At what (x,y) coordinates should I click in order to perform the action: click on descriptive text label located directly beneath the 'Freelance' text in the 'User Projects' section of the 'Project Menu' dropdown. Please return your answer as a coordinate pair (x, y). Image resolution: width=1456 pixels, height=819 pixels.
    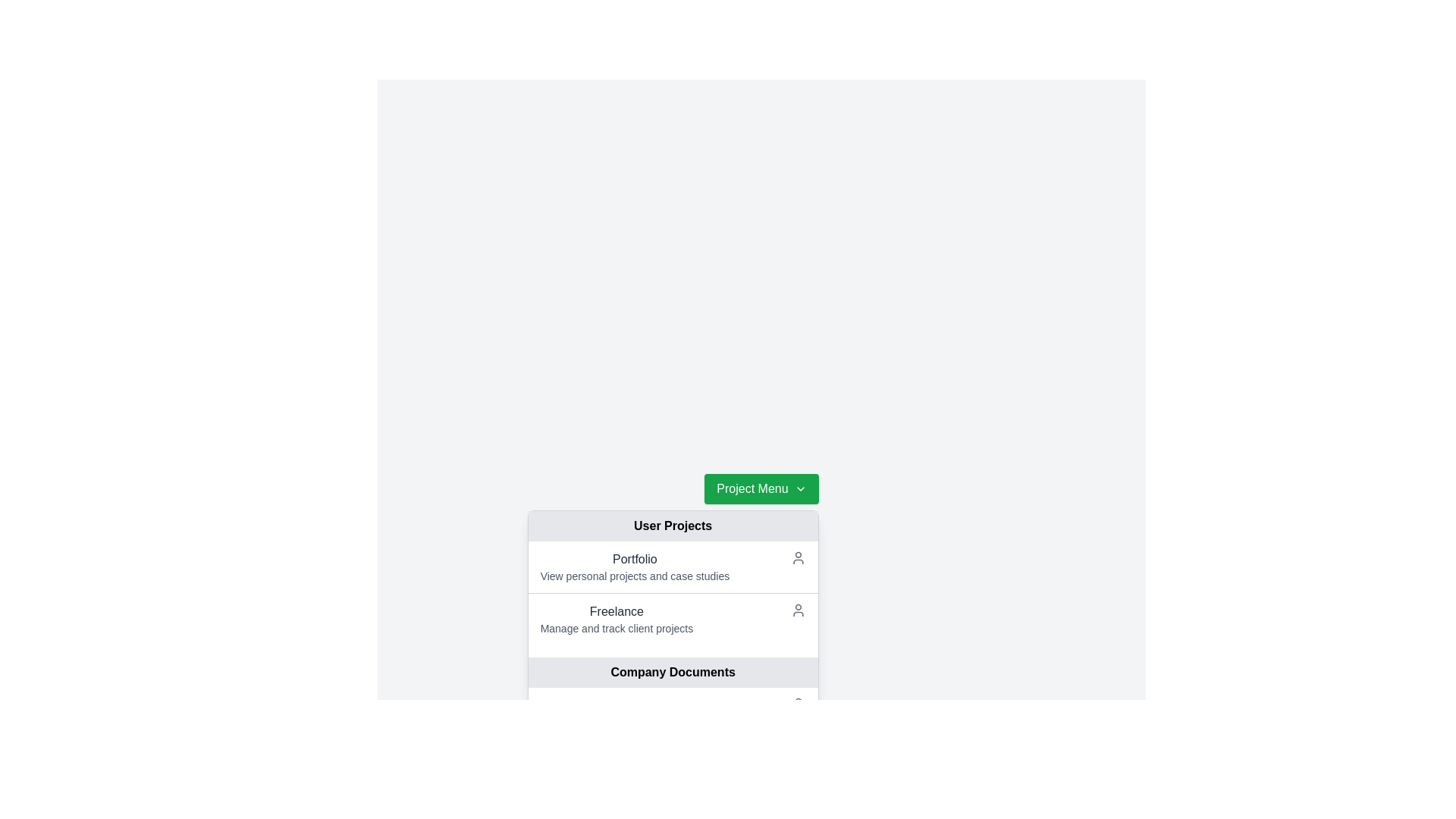
    Looking at the image, I should click on (617, 629).